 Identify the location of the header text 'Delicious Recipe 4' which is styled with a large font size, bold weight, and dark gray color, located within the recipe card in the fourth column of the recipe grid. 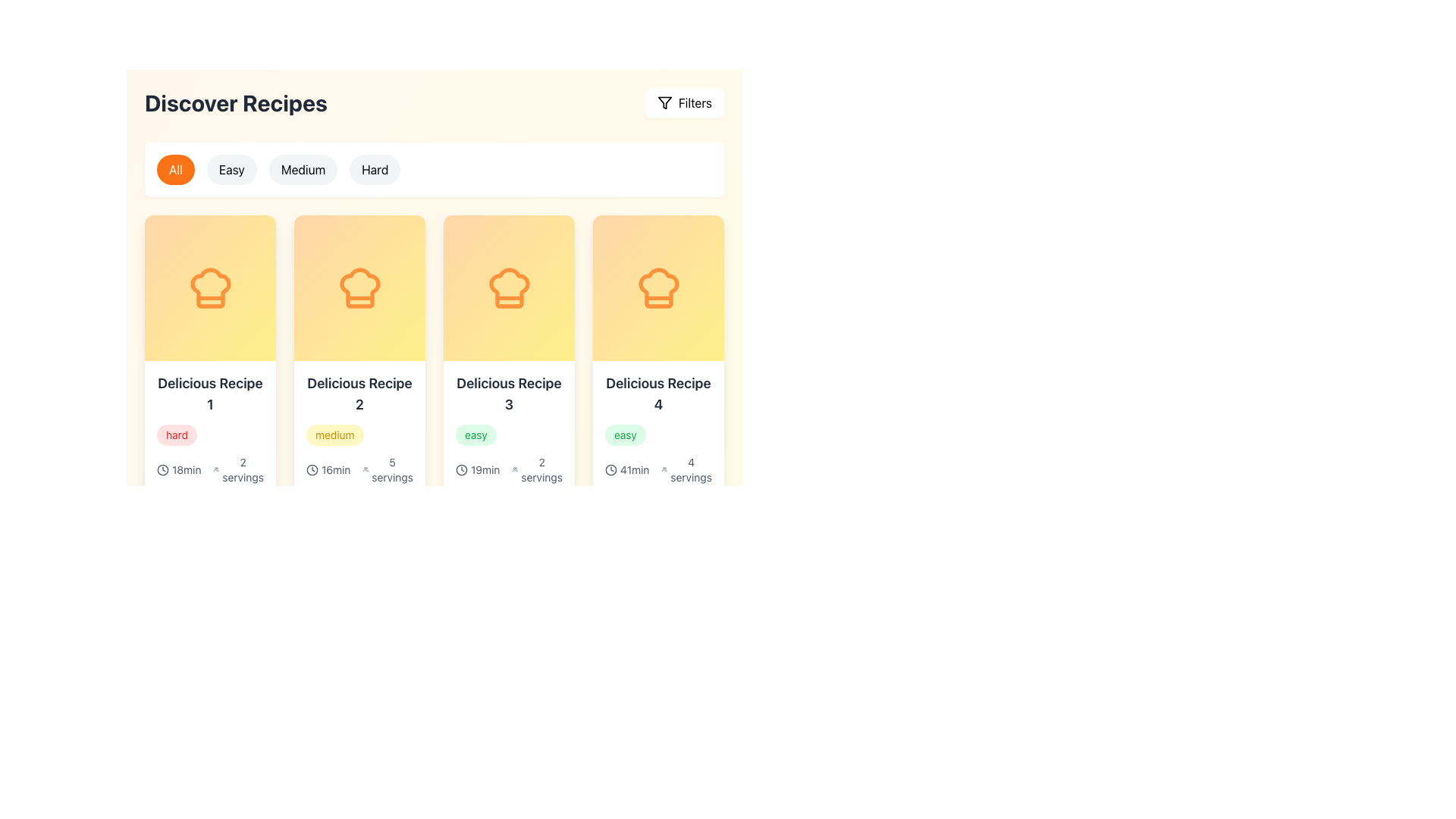
(658, 394).